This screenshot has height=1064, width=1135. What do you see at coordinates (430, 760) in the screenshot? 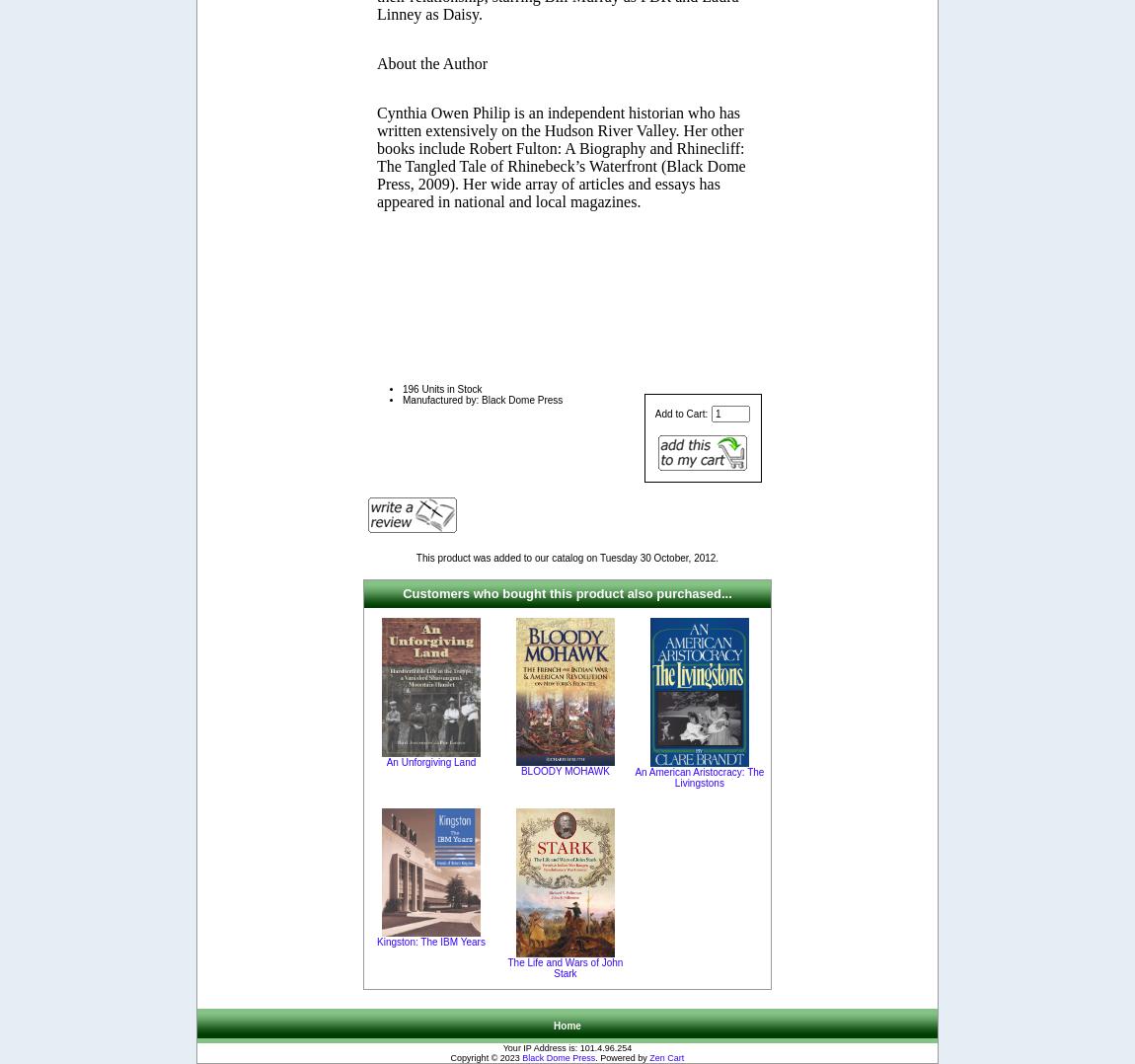
I see `'An Unforgiving Land'` at bounding box center [430, 760].